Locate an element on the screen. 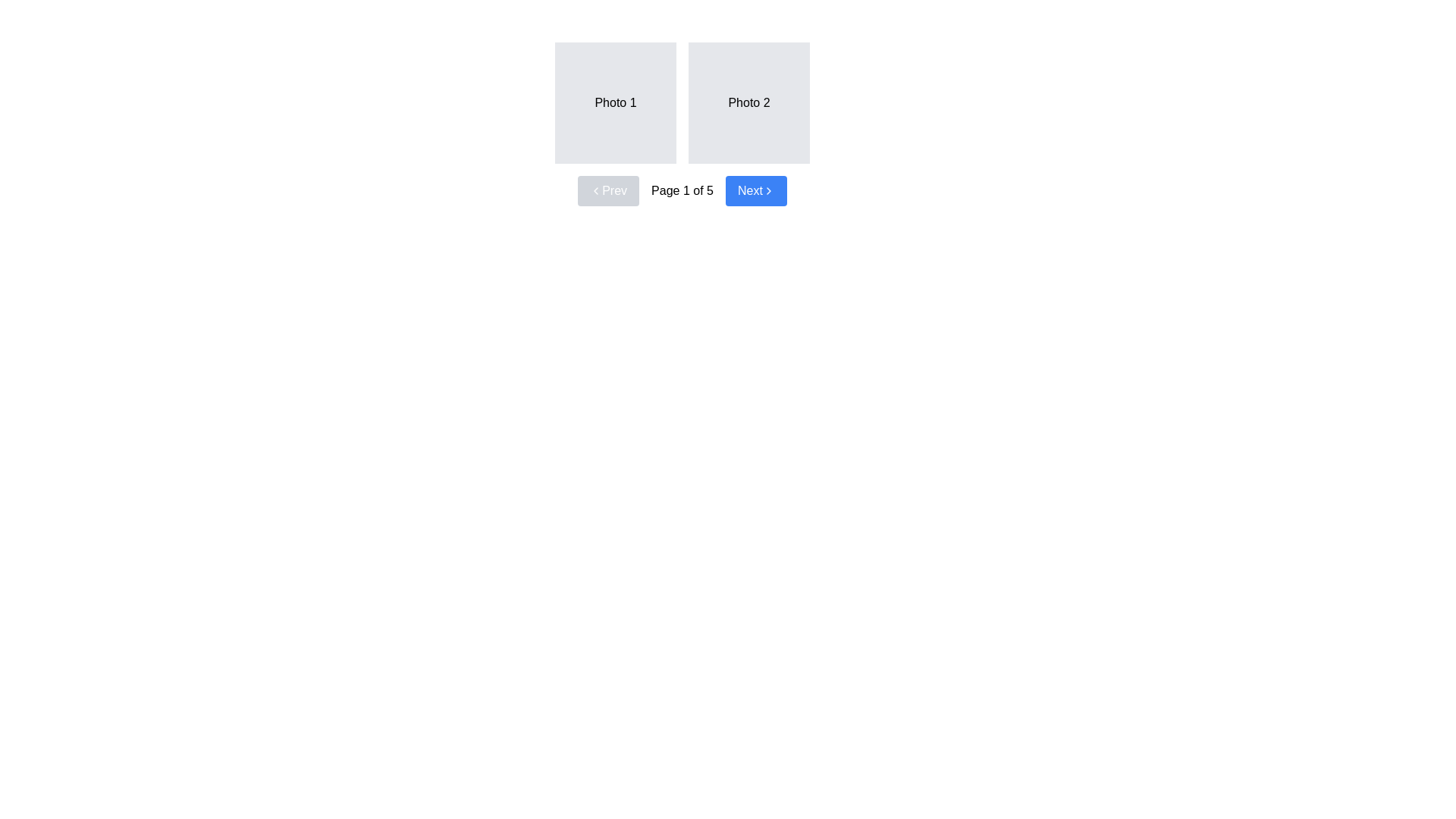 Image resolution: width=1456 pixels, height=819 pixels. the 'Next' button located at the far-right side of the navigation section is located at coordinates (756, 190).